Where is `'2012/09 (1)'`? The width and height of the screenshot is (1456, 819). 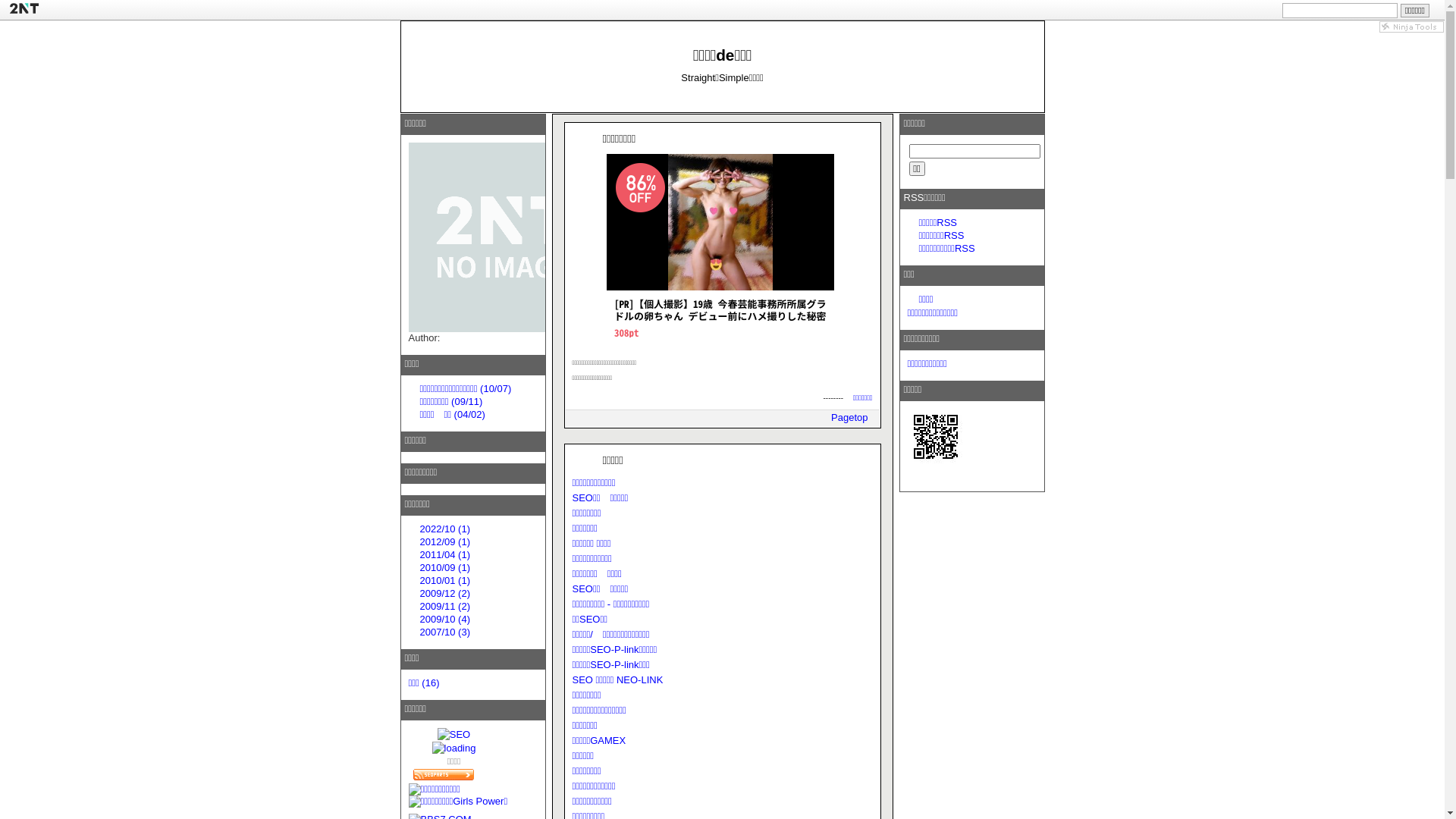
'2012/09 (1)' is located at coordinates (444, 541).